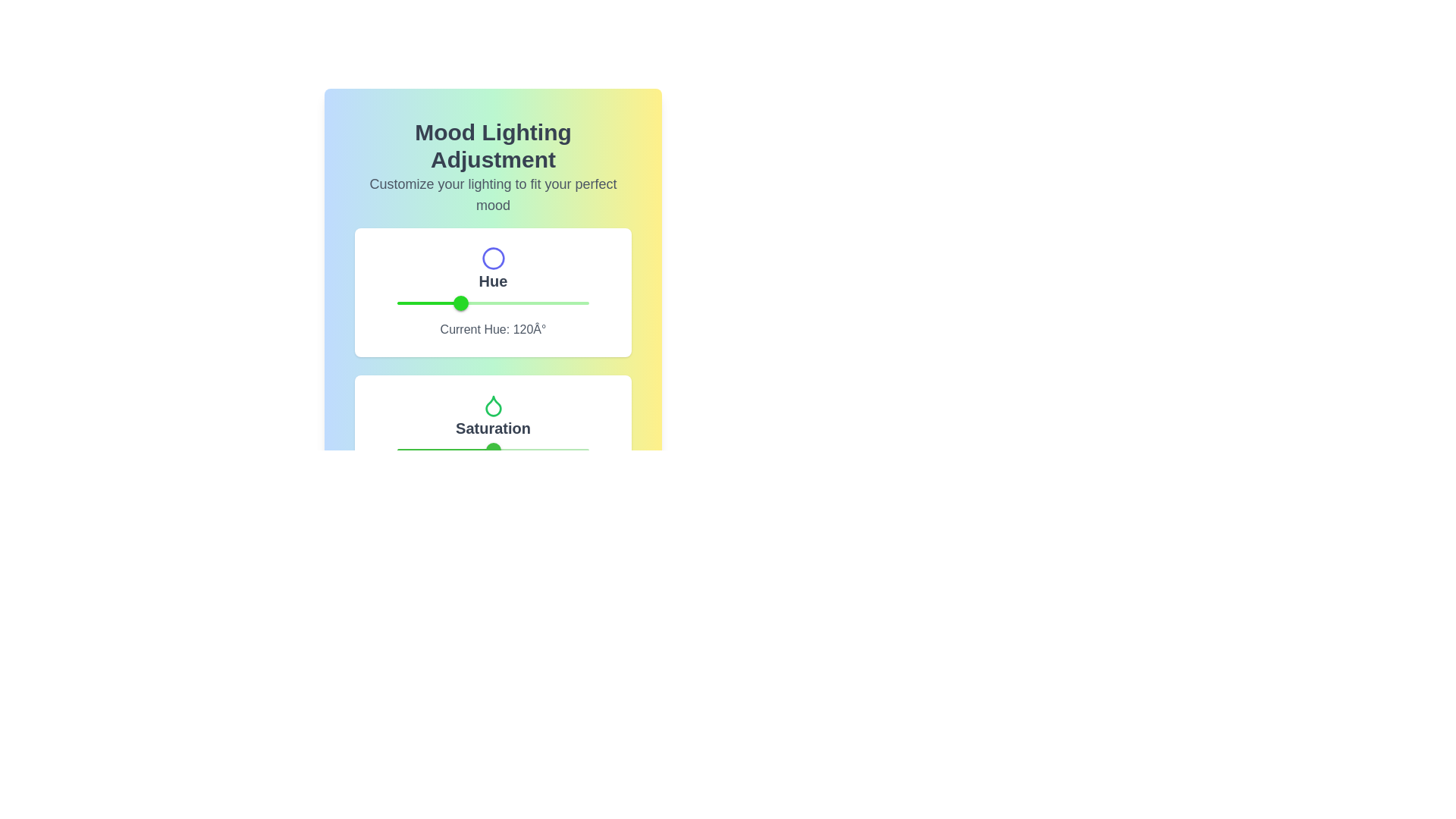 The image size is (1456, 819). Describe the element at coordinates (403, 303) in the screenshot. I see `the hue` at that location.